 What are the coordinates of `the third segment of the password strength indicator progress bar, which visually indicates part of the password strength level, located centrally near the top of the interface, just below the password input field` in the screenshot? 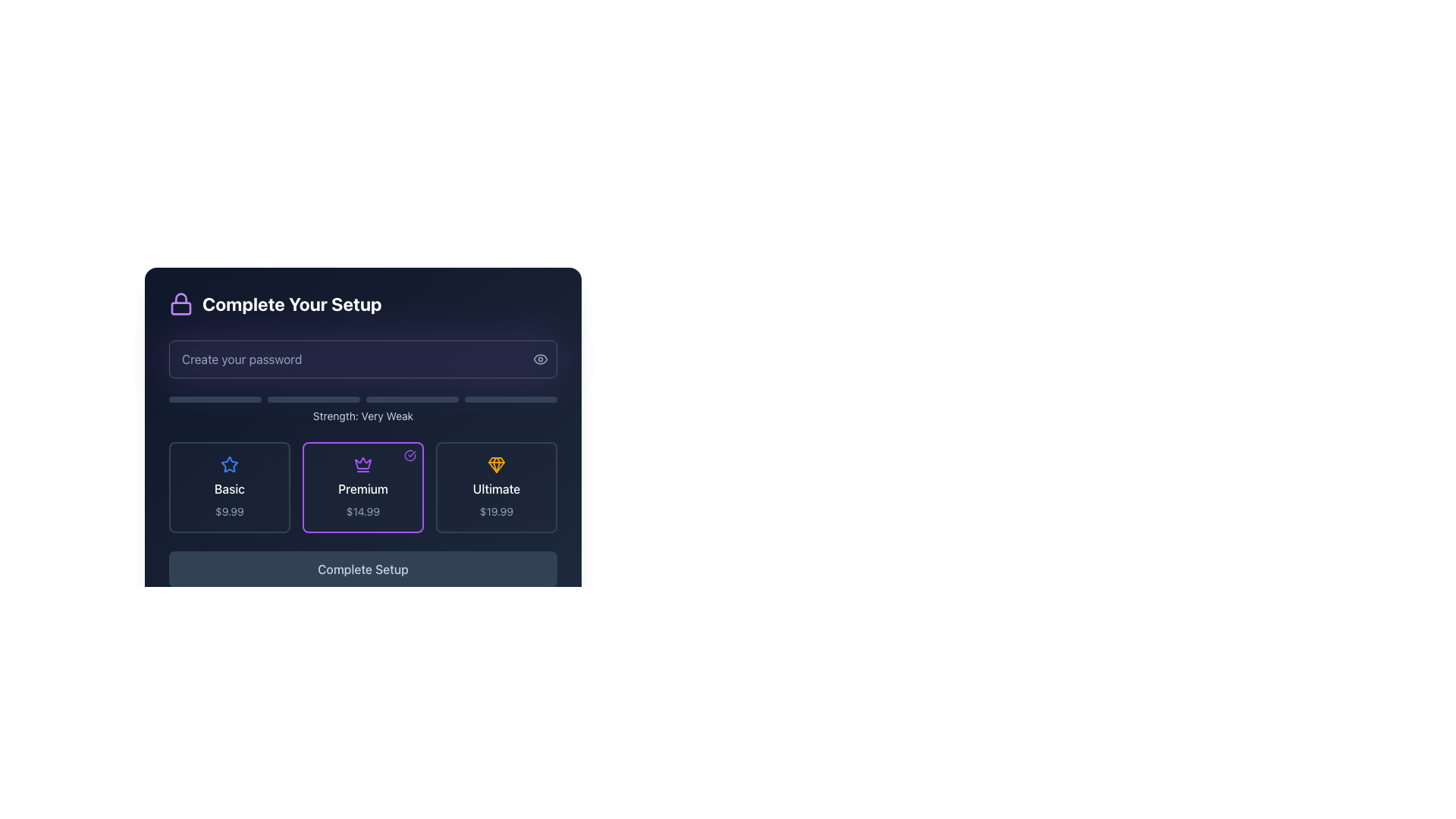 It's located at (412, 399).